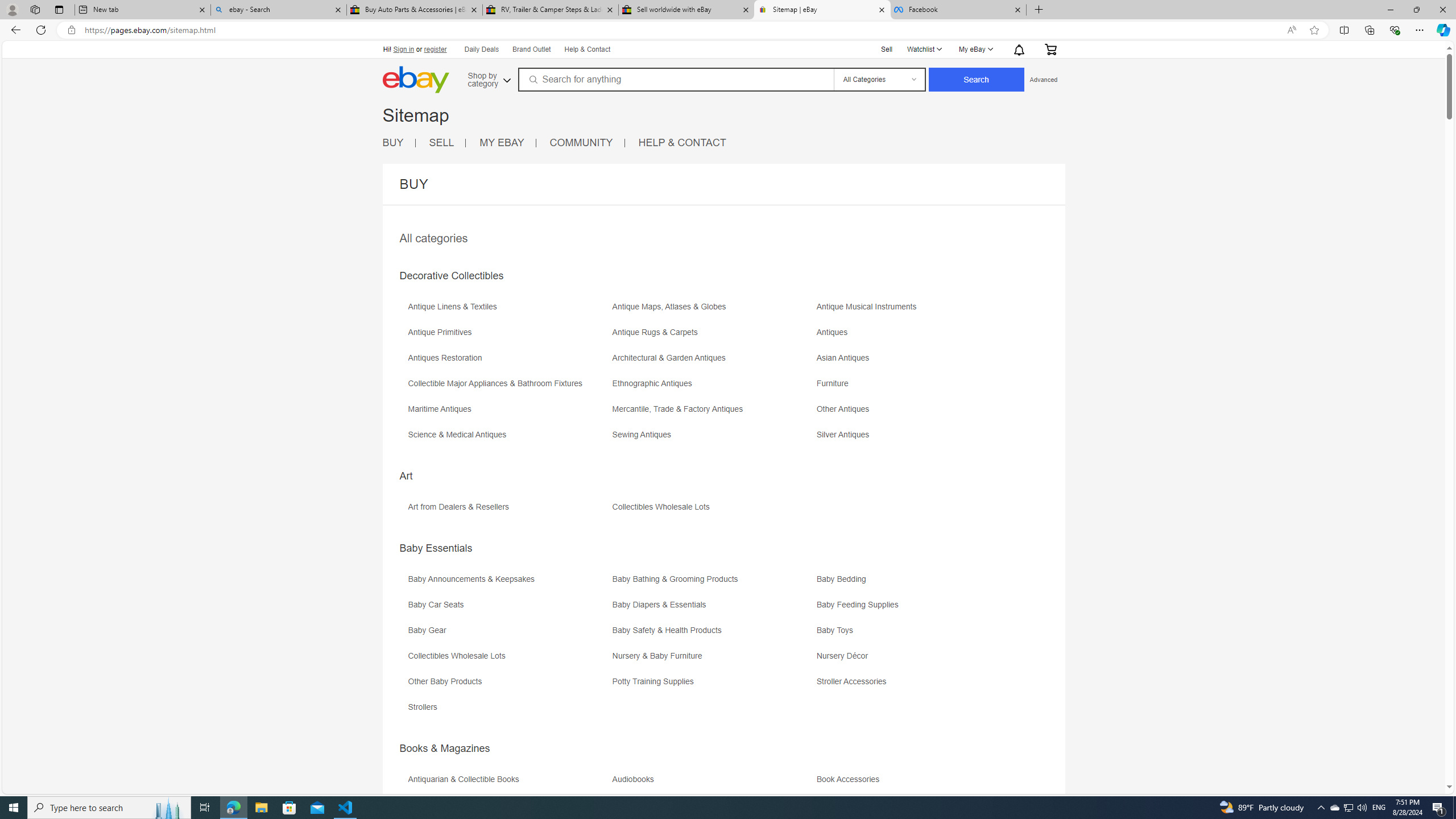 The width and height of the screenshot is (1456, 819). I want to click on 'Help & Contact', so click(586, 49).